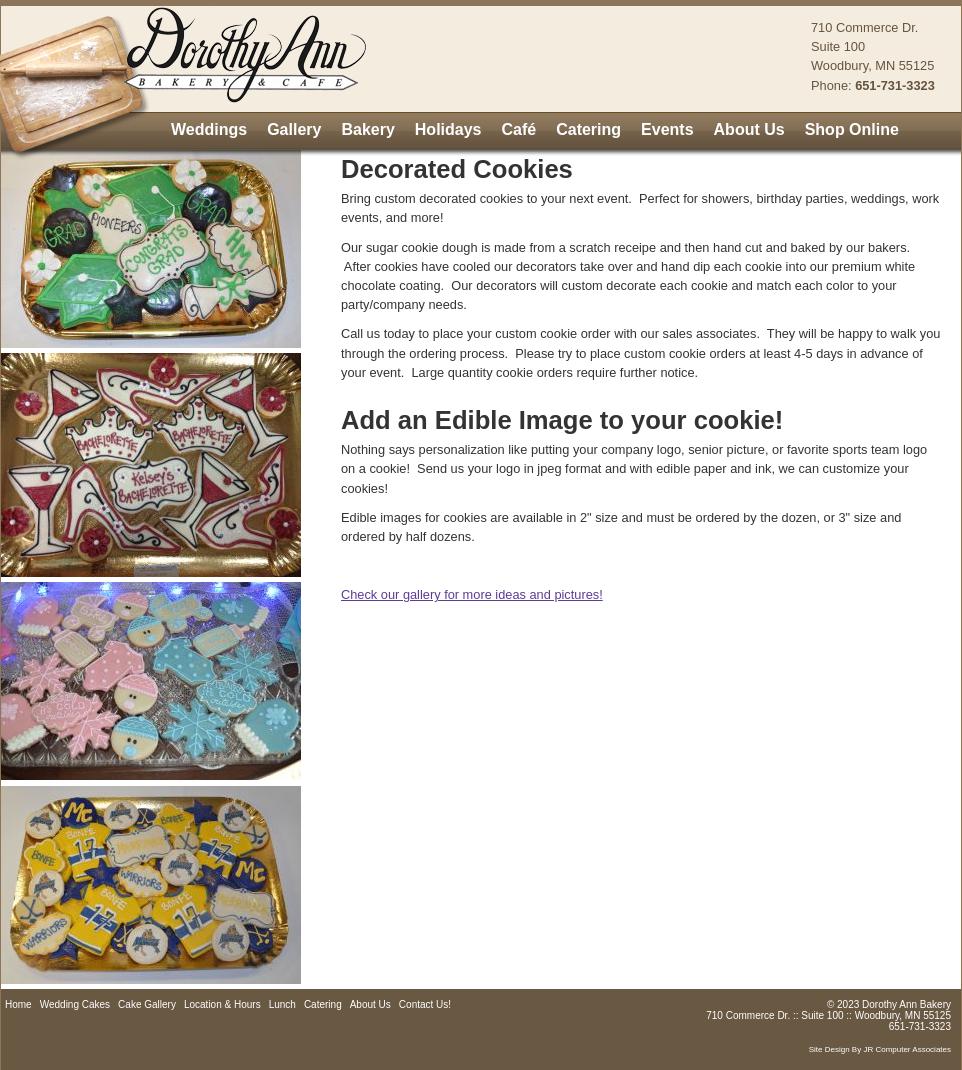 This screenshot has width=962, height=1070. I want to click on '710 Commerce Dr. ::	Suite 100 :: Woodbury, MN 55125', so click(828, 1014).